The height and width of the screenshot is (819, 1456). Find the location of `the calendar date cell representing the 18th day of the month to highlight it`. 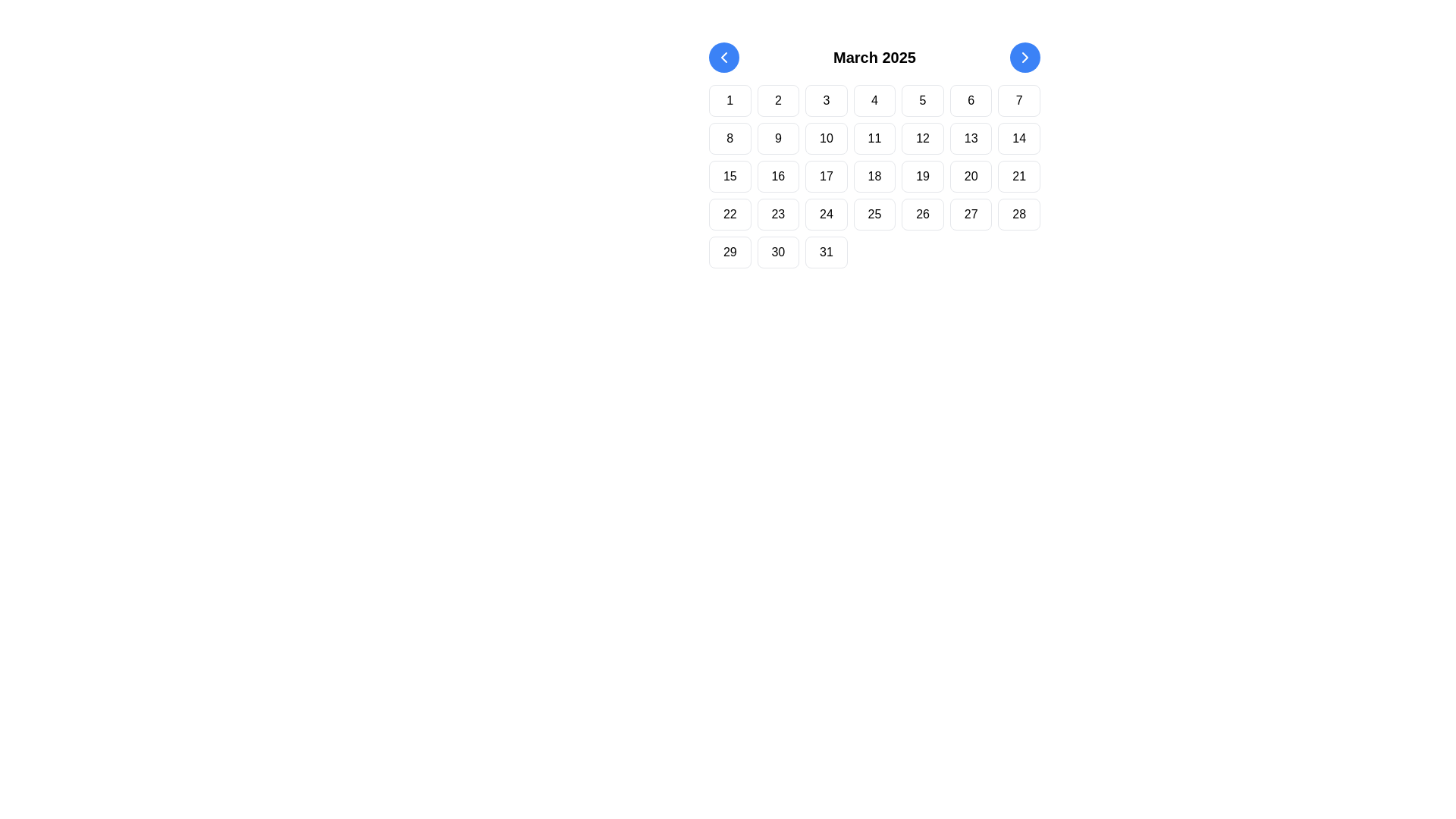

the calendar date cell representing the 18th day of the month to highlight it is located at coordinates (874, 175).